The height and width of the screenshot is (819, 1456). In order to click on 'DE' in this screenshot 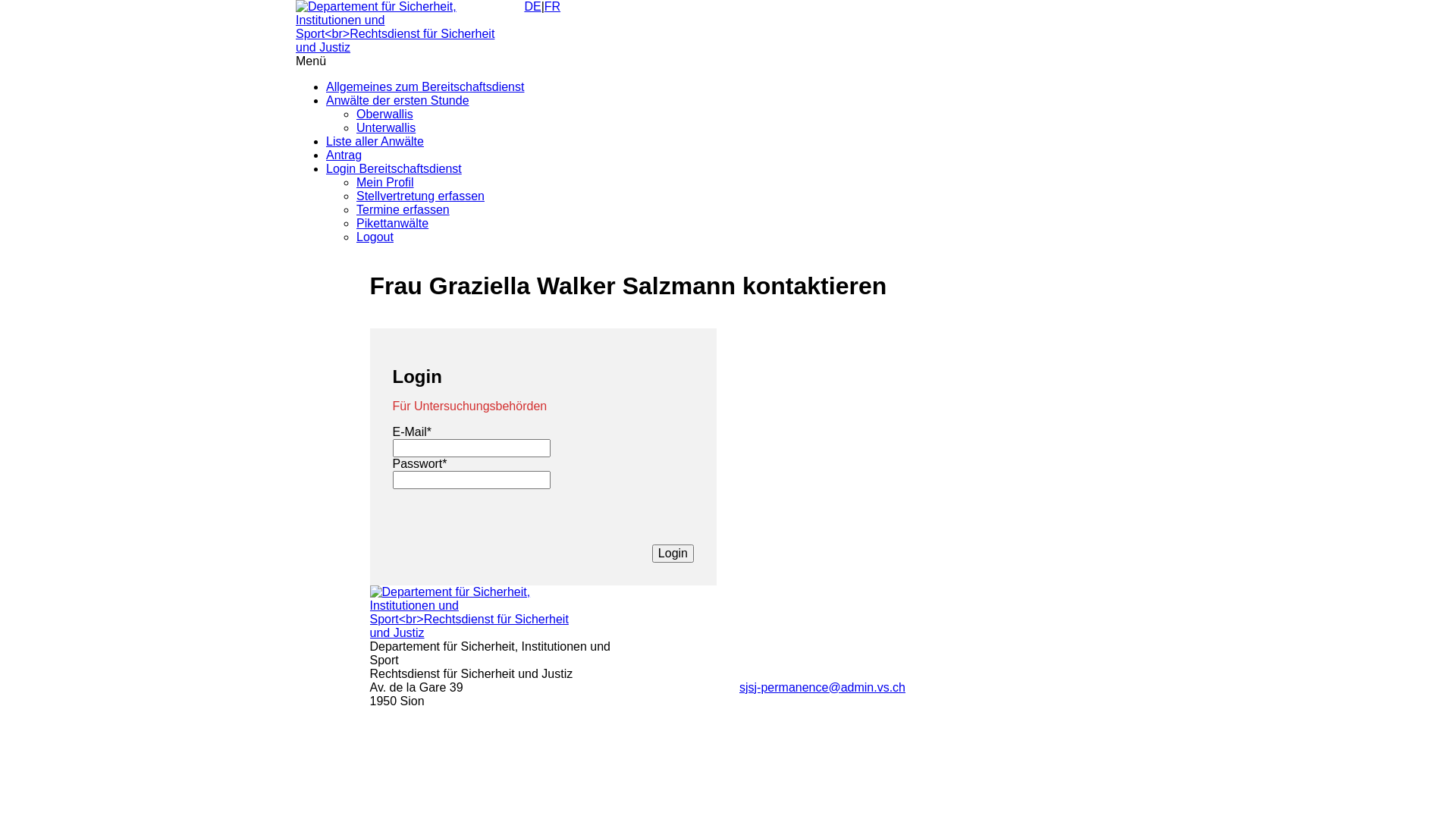, I will do `click(524, 6)`.